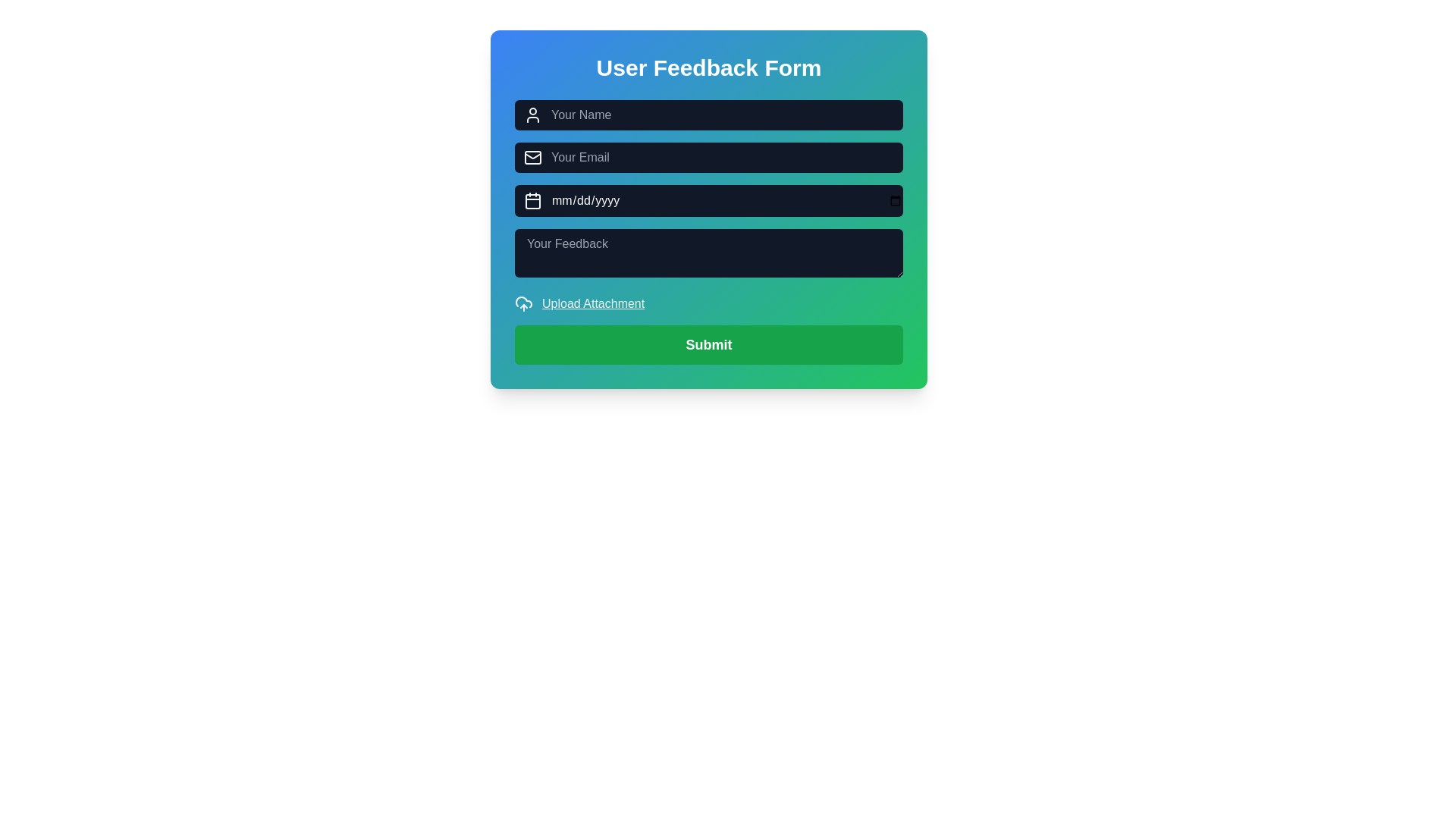 The image size is (1456, 819). Describe the element at coordinates (532, 114) in the screenshot. I see `the Decorative icon (SVG) located to the left inside the 'Your Name' input field, which is a minimalistic white user icon on a dark background` at that location.